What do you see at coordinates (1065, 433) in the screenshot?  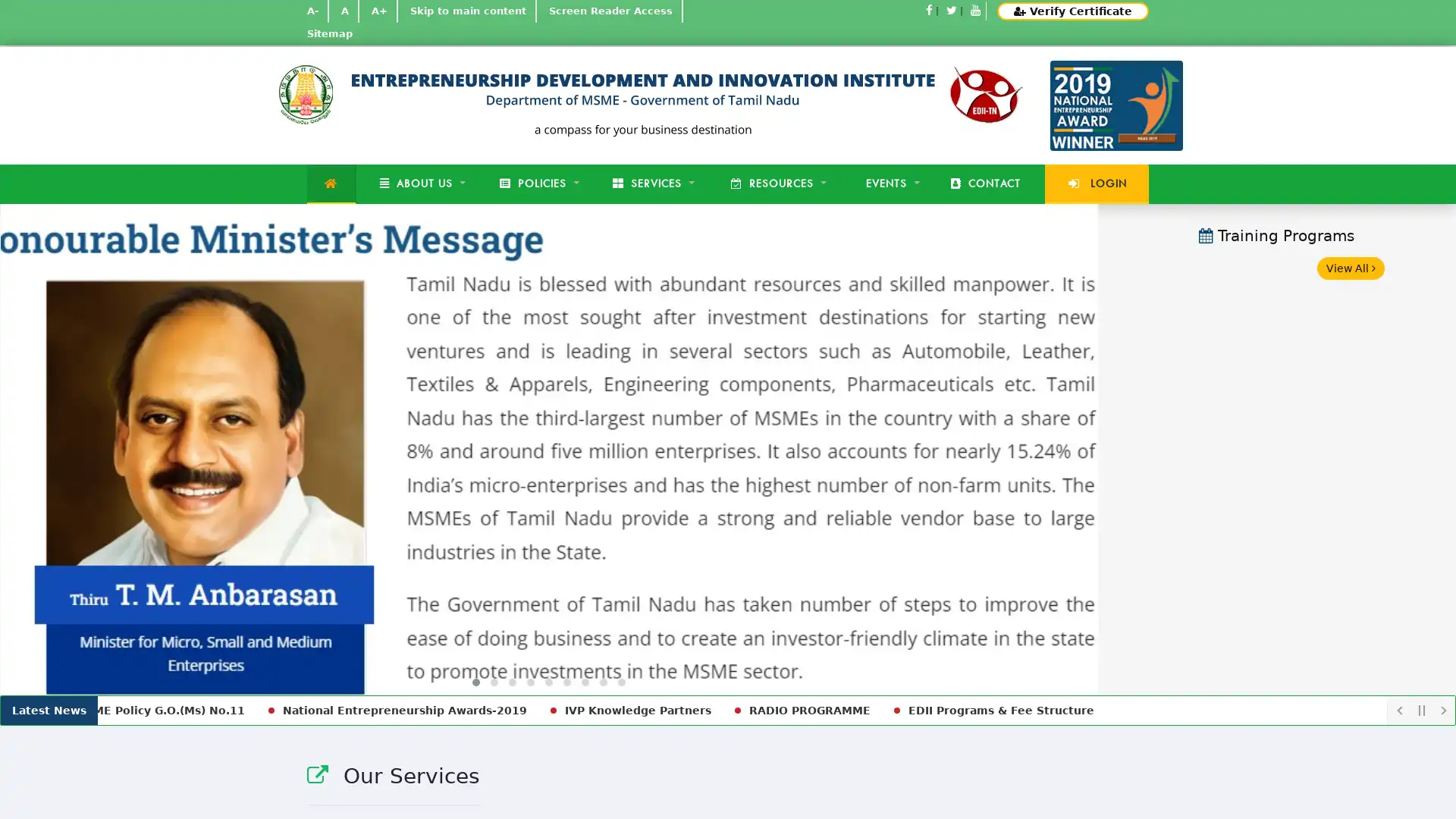 I see `Next` at bounding box center [1065, 433].